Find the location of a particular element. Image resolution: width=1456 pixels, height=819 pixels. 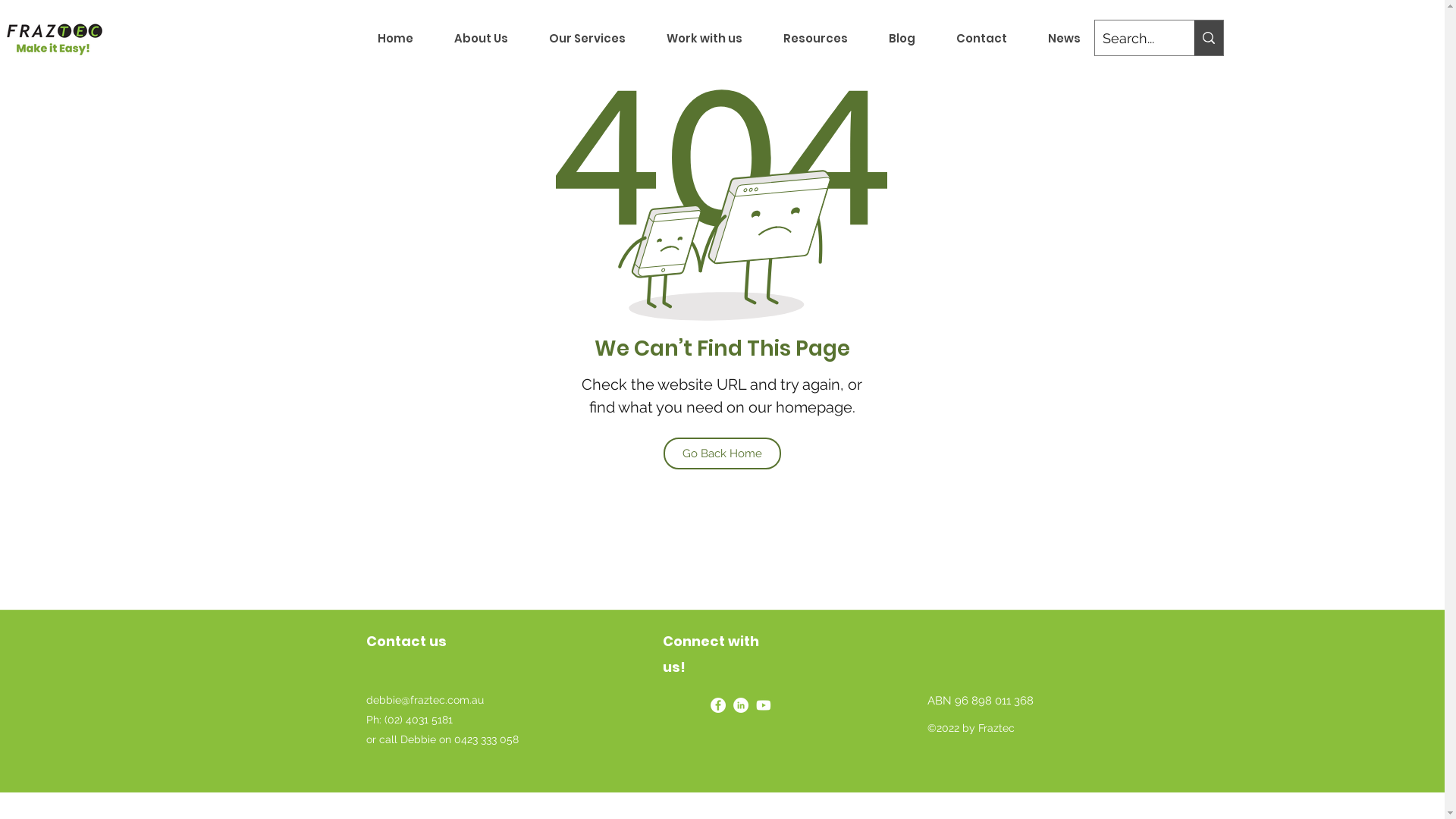

'Resources' is located at coordinates (814, 37).